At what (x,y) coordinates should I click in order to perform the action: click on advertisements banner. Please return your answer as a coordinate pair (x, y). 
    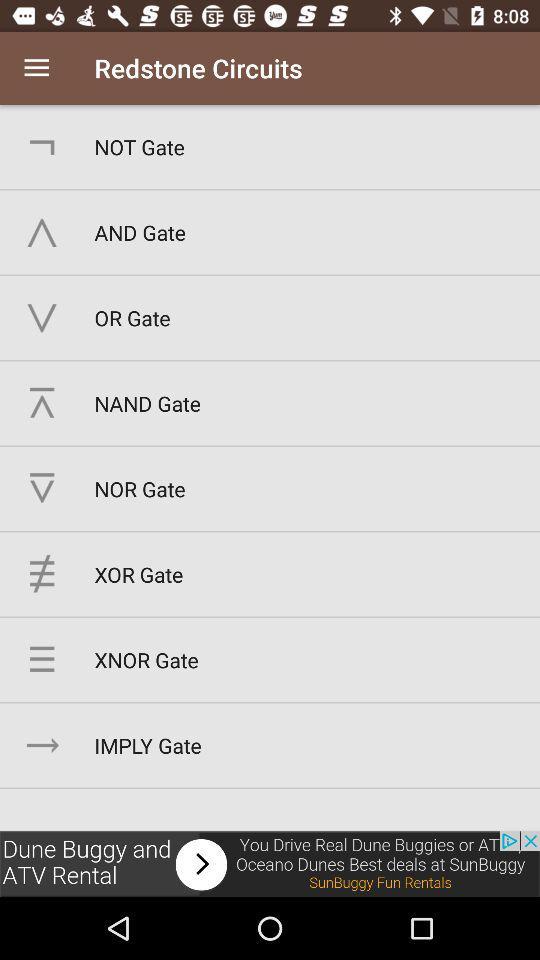
    Looking at the image, I should click on (270, 863).